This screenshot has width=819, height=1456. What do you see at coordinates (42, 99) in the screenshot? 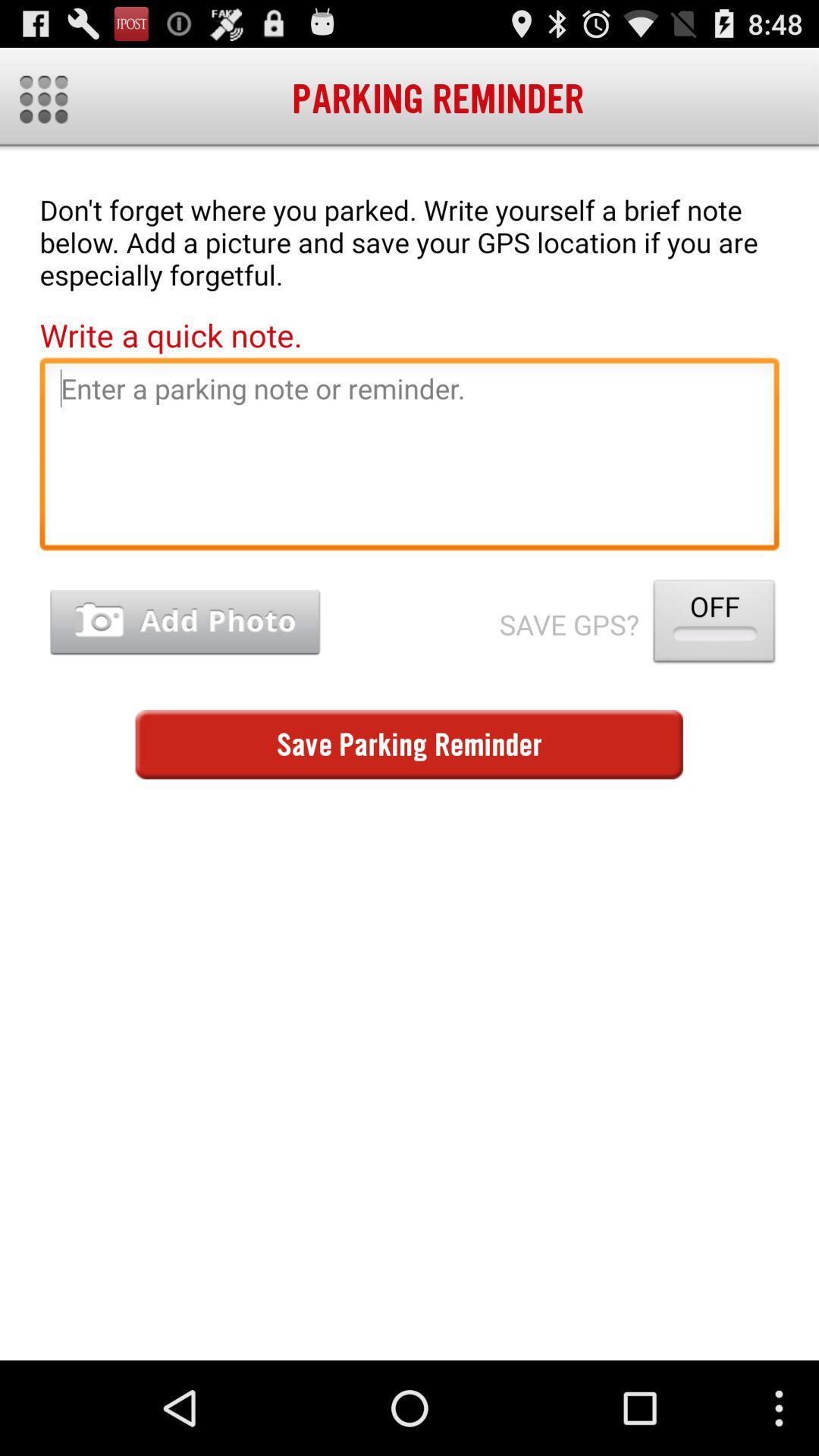
I see `item above the don t forget app` at bounding box center [42, 99].